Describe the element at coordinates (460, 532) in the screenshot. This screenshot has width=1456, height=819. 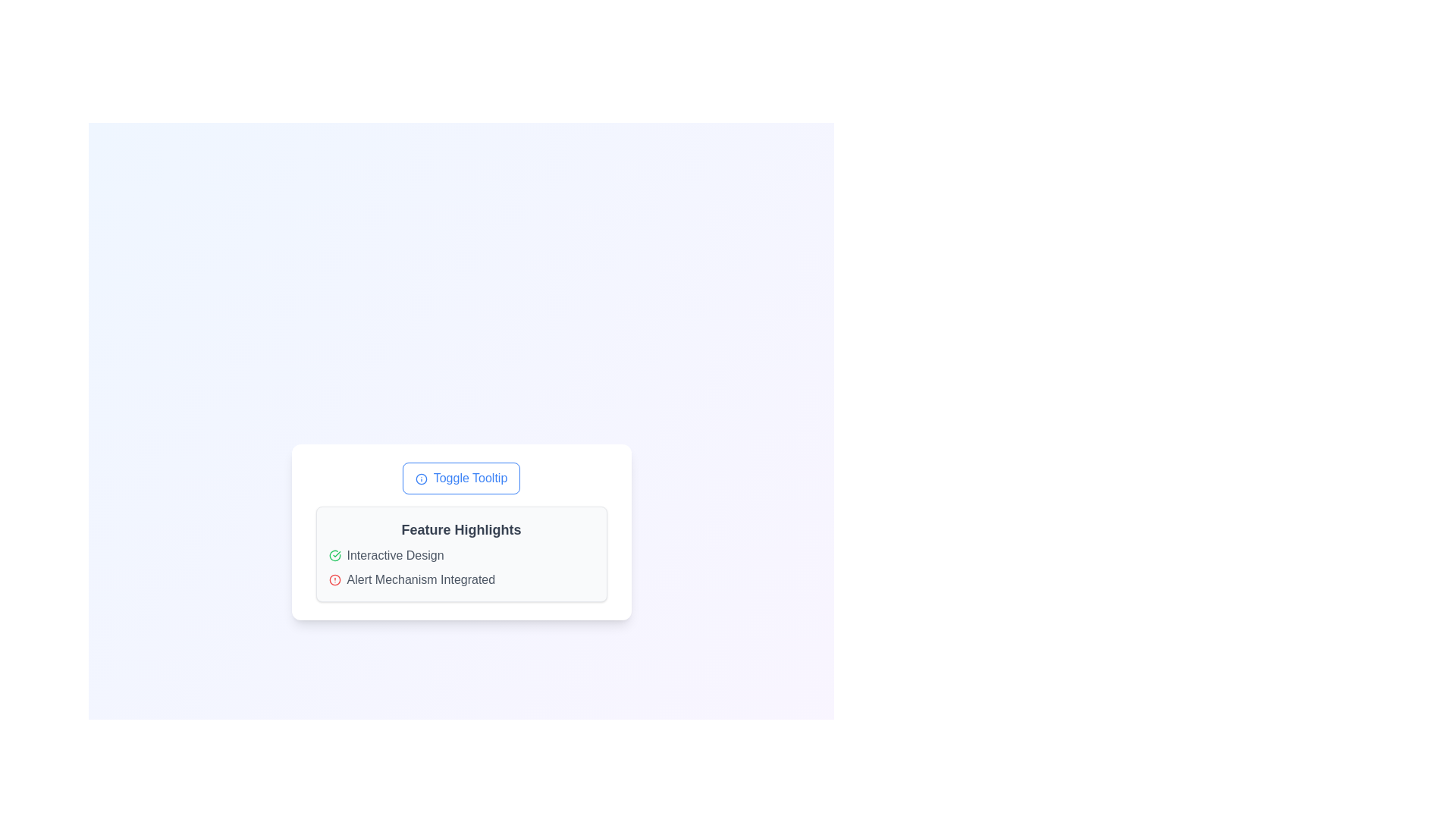
I see `the Information Panel, which displays important feature highlights and is located centrally beneath the 'Toggle Tooltip' button` at that location.